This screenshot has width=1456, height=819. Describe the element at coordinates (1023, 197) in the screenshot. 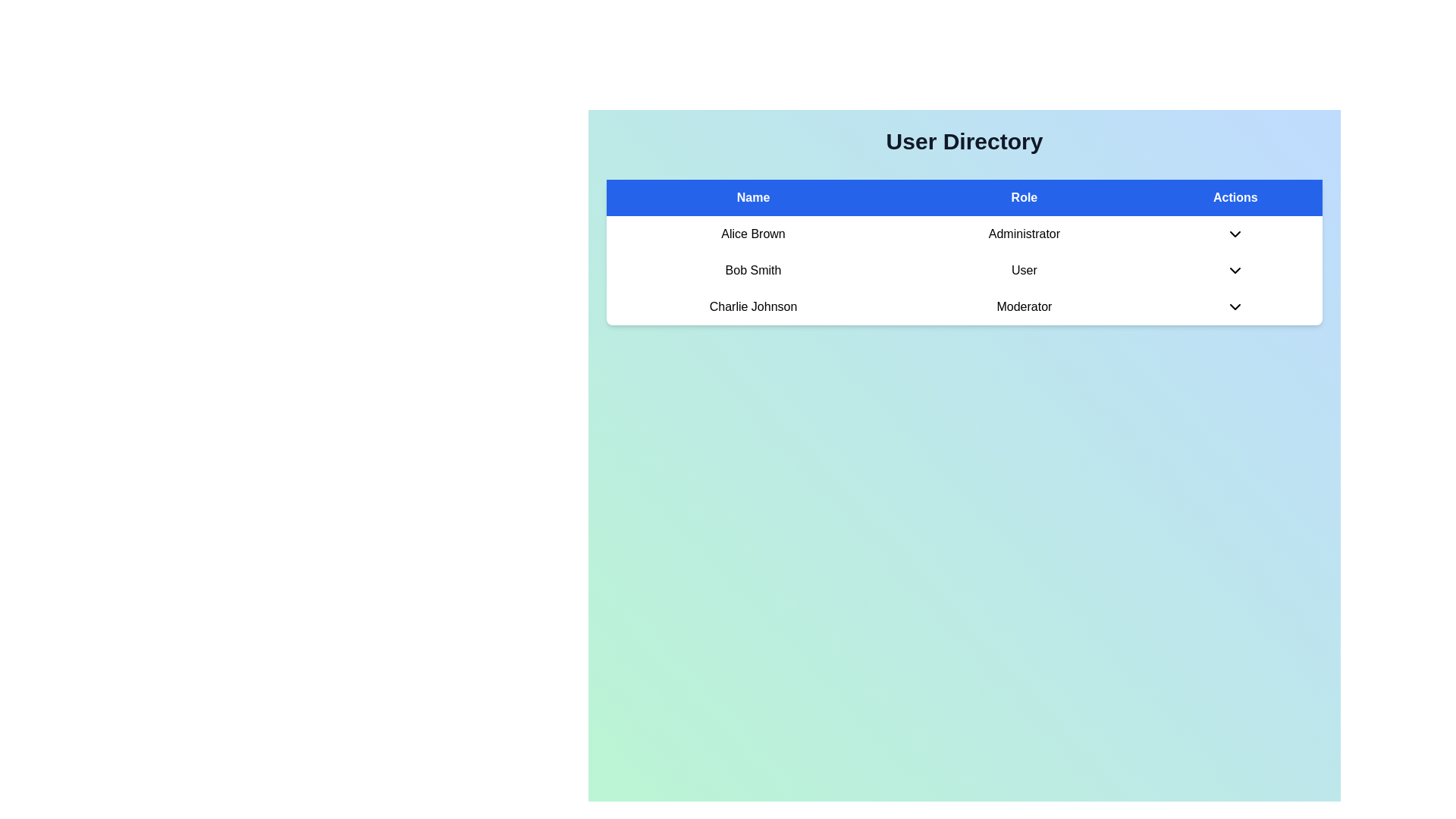

I see `the 'Role' header element in the table, which is positioned between the 'Name' header and the 'Actions' header` at that location.